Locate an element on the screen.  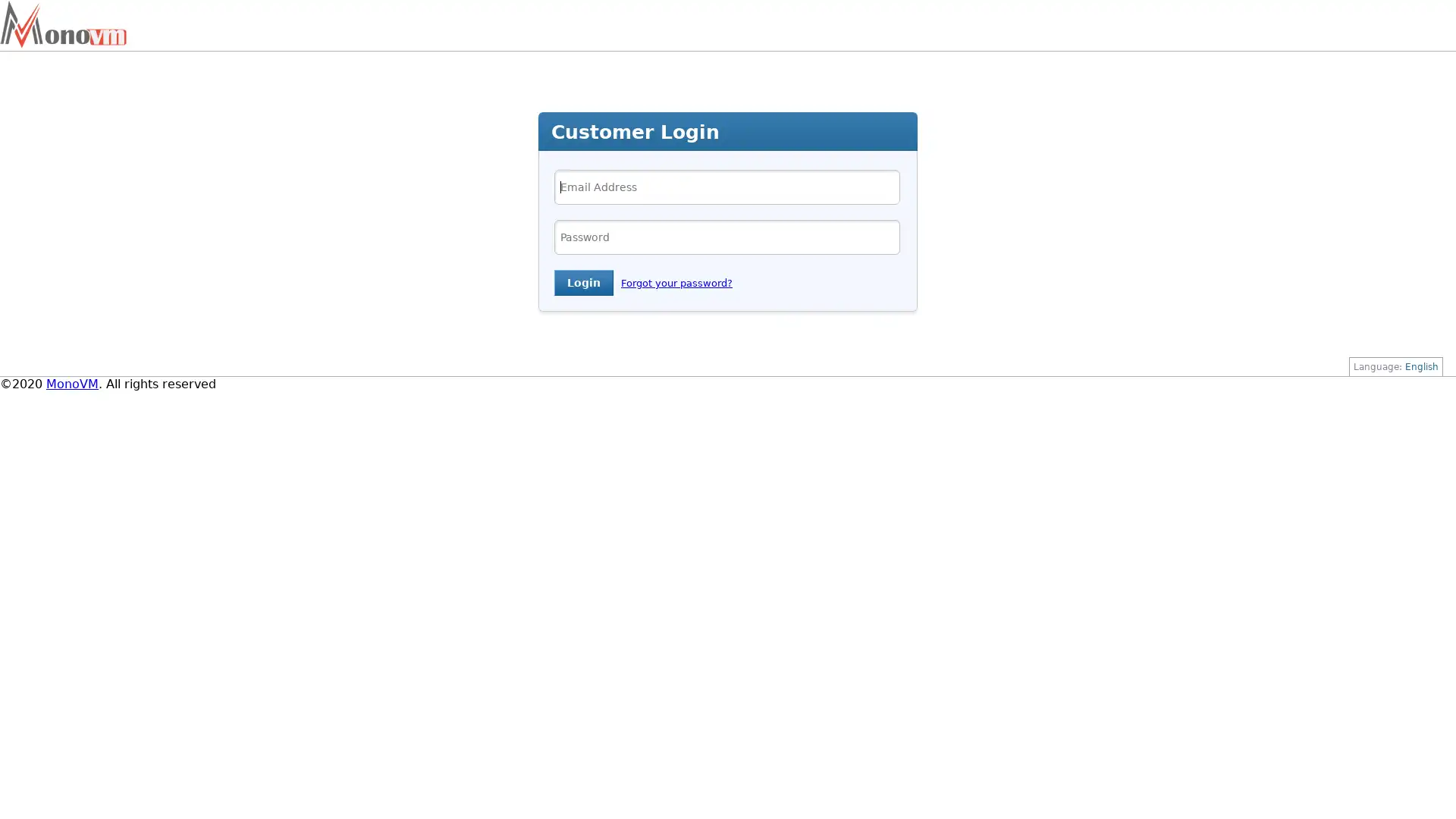
Login is located at coordinates (582, 283).